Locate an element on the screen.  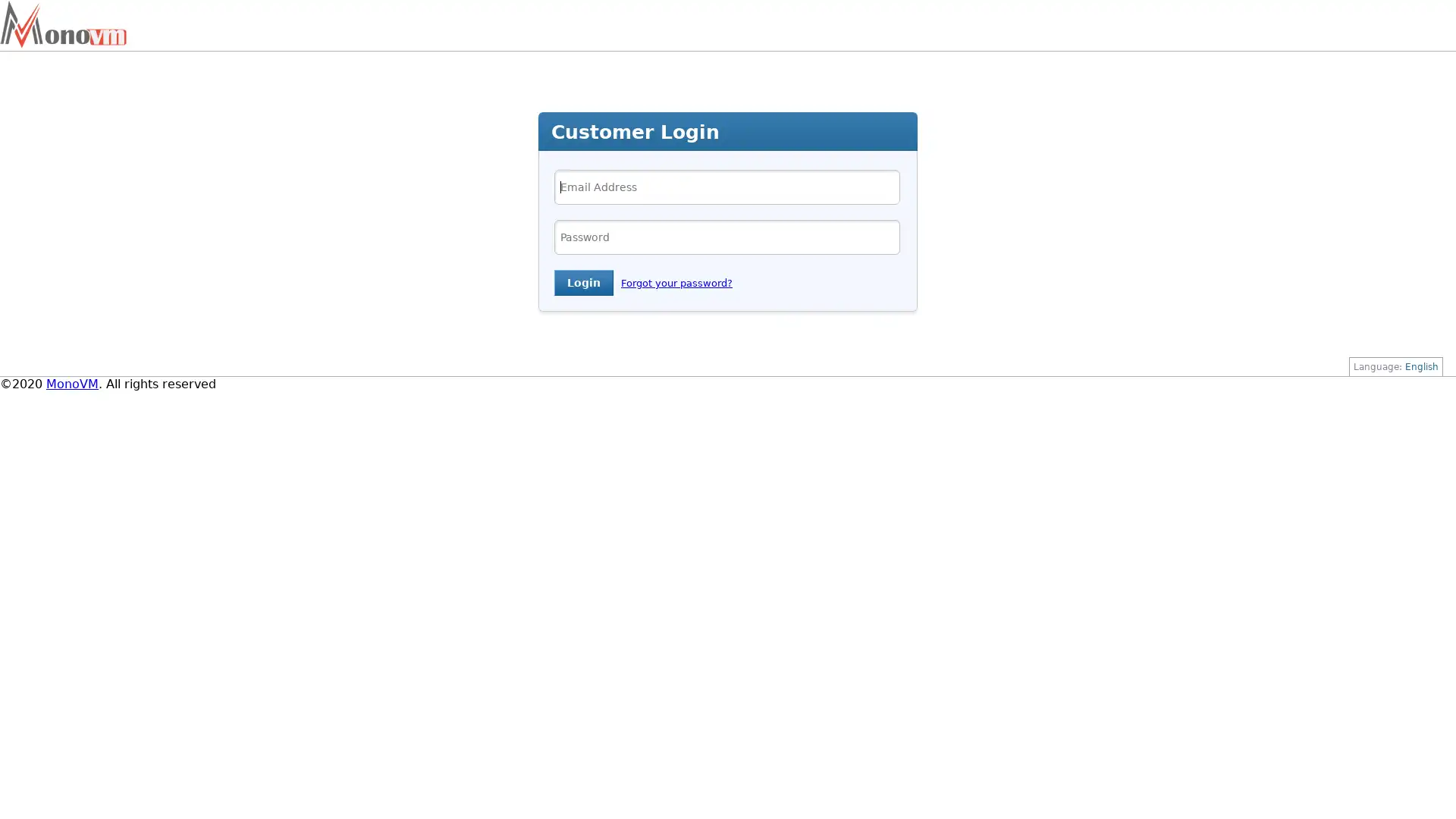
Login is located at coordinates (582, 283).